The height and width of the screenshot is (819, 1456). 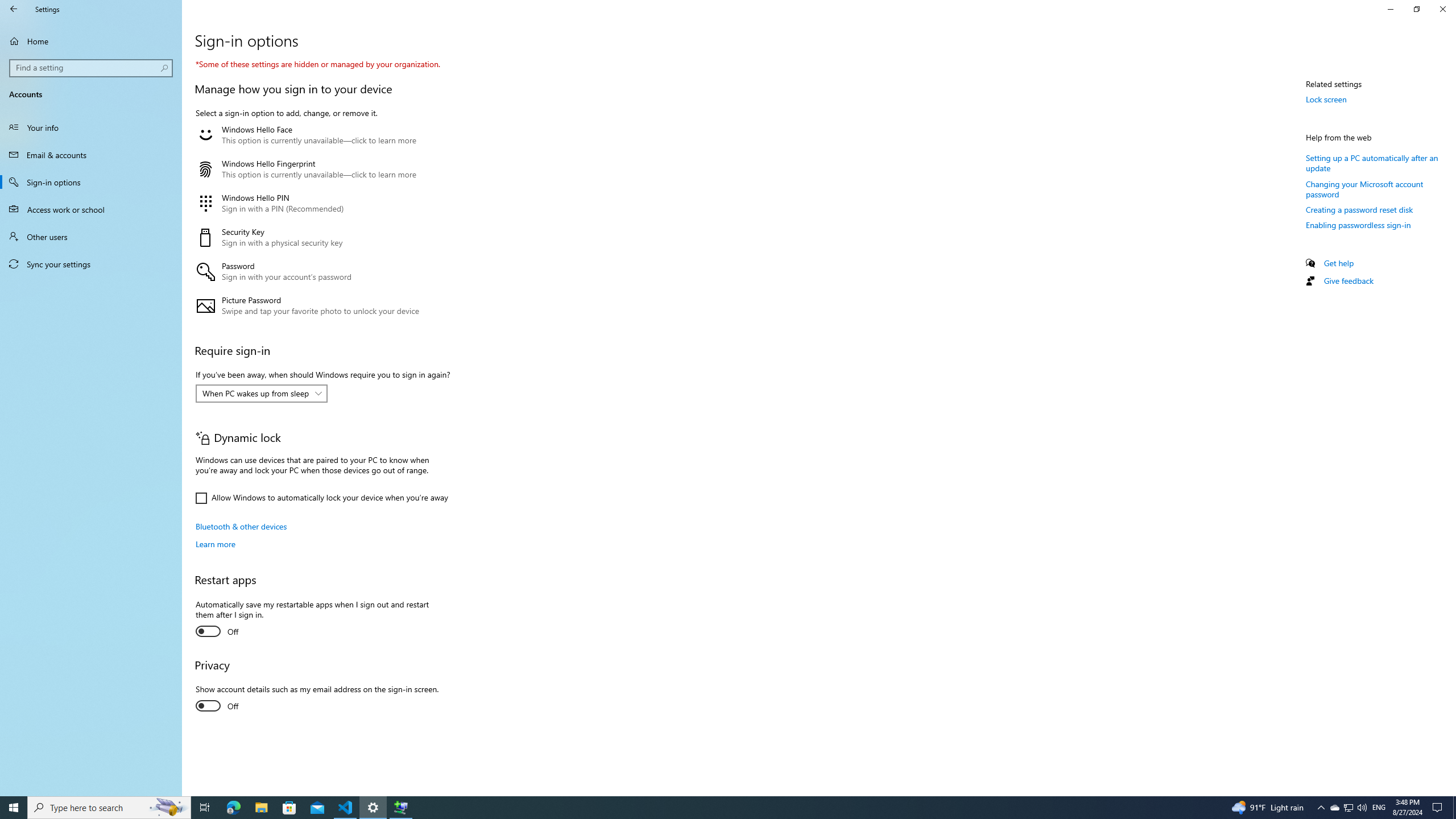 What do you see at coordinates (91, 67) in the screenshot?
I see `'Search box, Find a setting'` at bounding box center [91, 67].